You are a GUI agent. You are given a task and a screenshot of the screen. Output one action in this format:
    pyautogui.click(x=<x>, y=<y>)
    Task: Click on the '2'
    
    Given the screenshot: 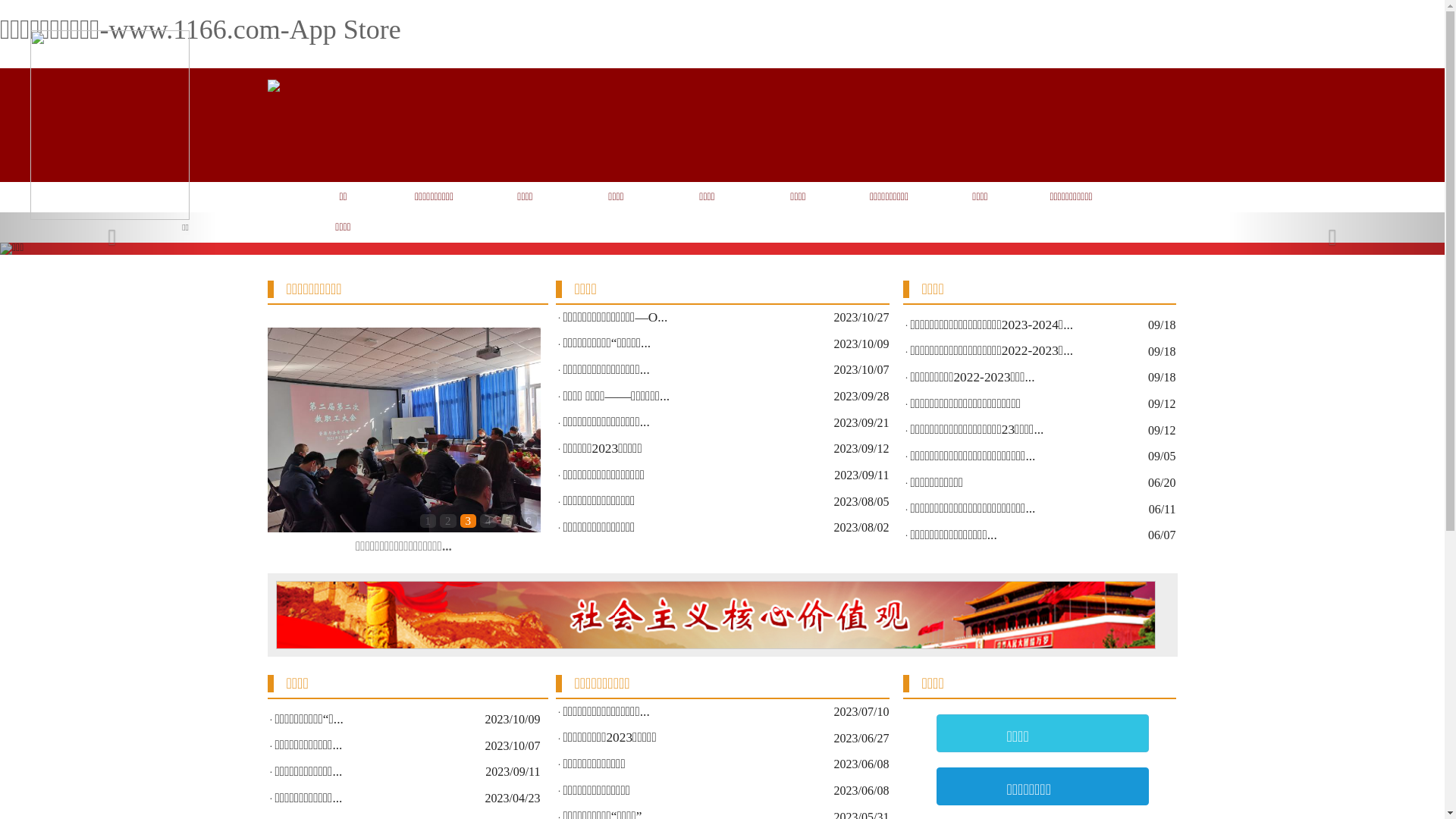 What is the action you would take?
    pyautogui.click(x=447, y=519)
    